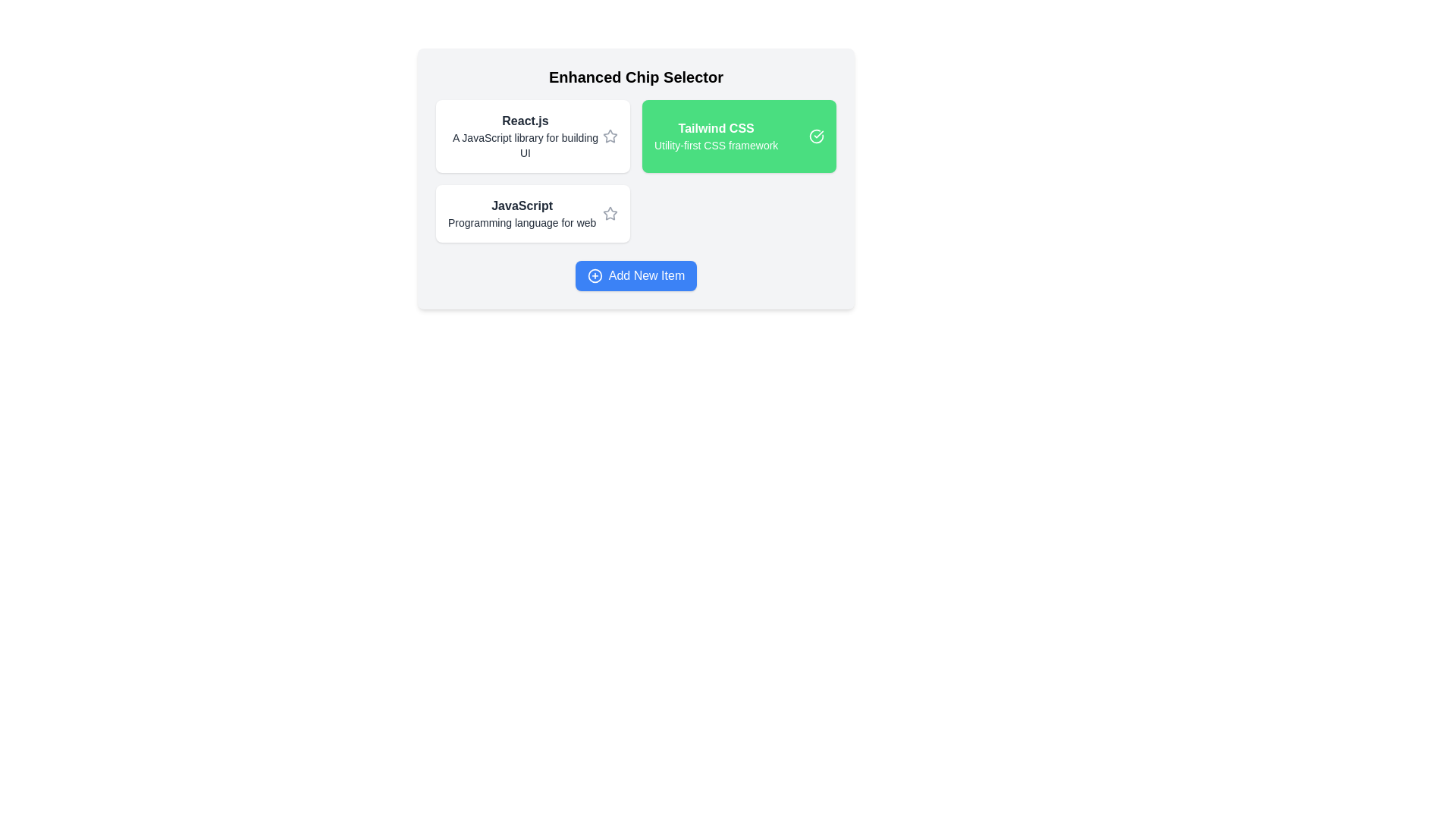 The image size is (1456, 819). I want to click on the star-shaped icon located in the top-right corner of the 'JavaScript' item card, which is situated in the bottom-left region of the selectable options, so click(610, 213).